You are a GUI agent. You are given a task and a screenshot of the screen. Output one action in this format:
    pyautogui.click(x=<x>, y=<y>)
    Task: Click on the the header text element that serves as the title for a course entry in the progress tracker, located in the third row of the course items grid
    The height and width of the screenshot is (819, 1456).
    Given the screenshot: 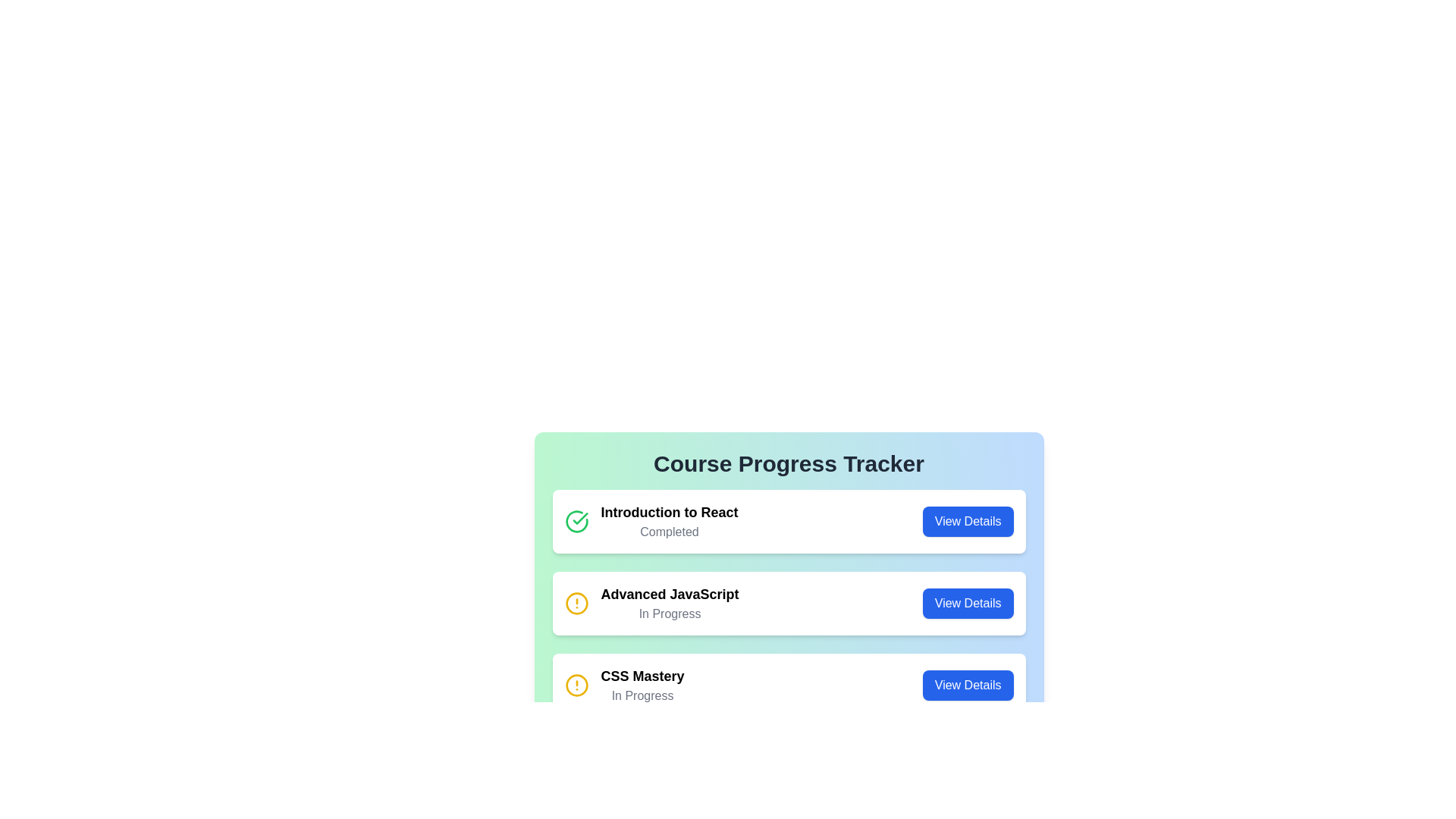 What is the action you would take?
    pyautogui.click(x=642, y=675)
    